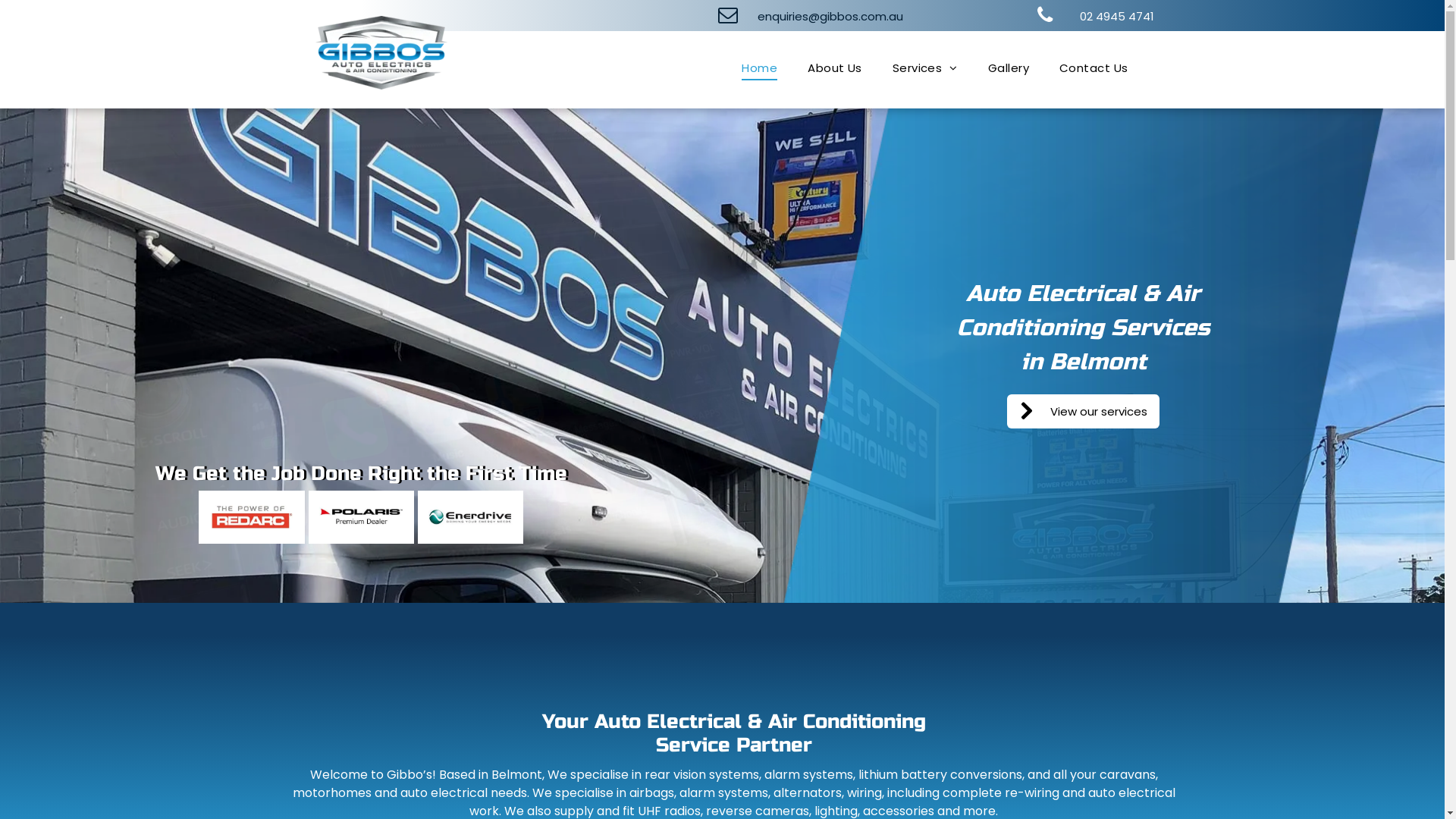  I want to click on 'enquiries@gibbos.com.au', so click(821, 15).